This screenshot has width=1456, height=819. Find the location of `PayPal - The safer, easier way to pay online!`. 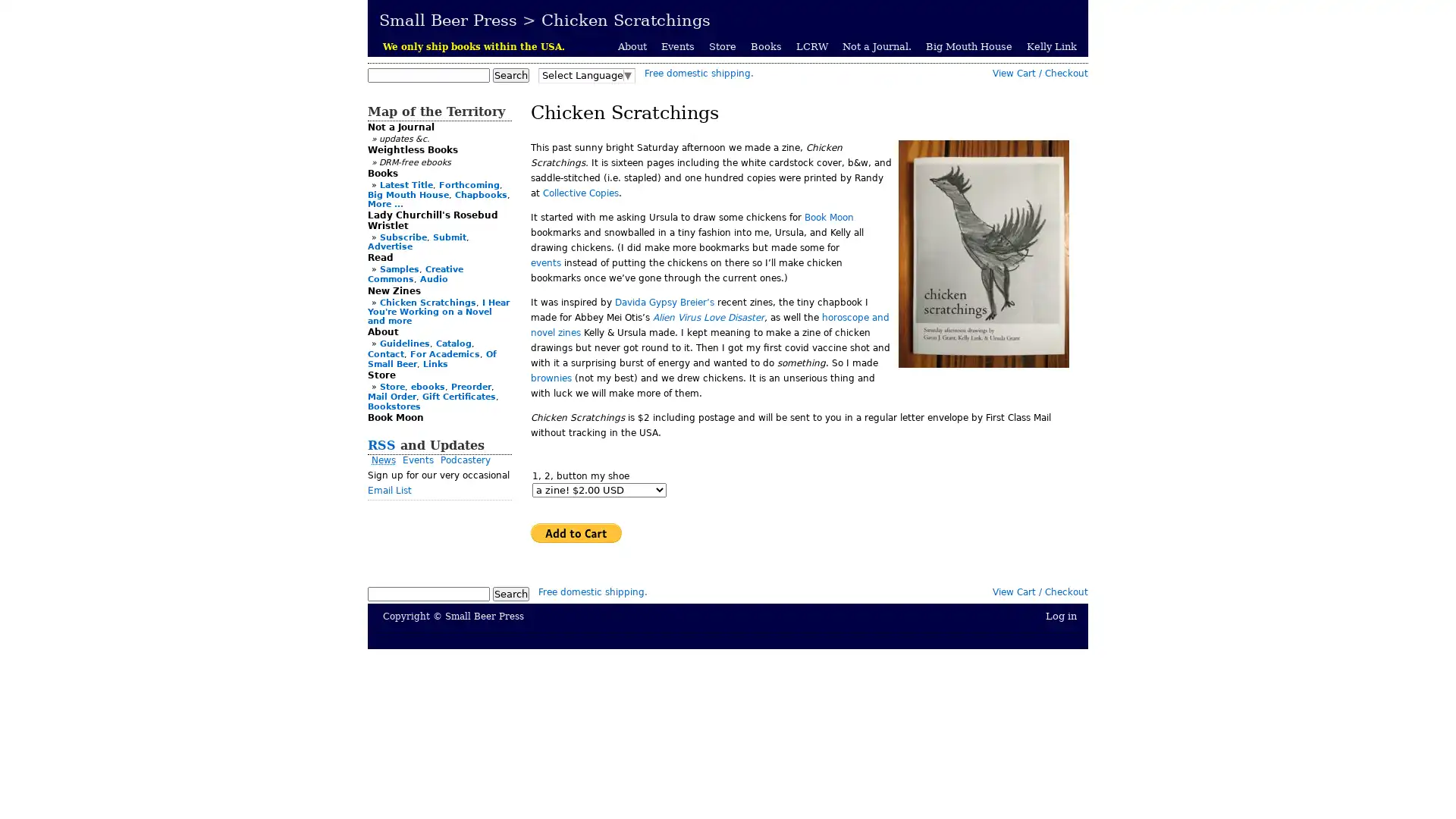

PayPal - The safer, easier way to pay online! is located at coordinates (575, 532).